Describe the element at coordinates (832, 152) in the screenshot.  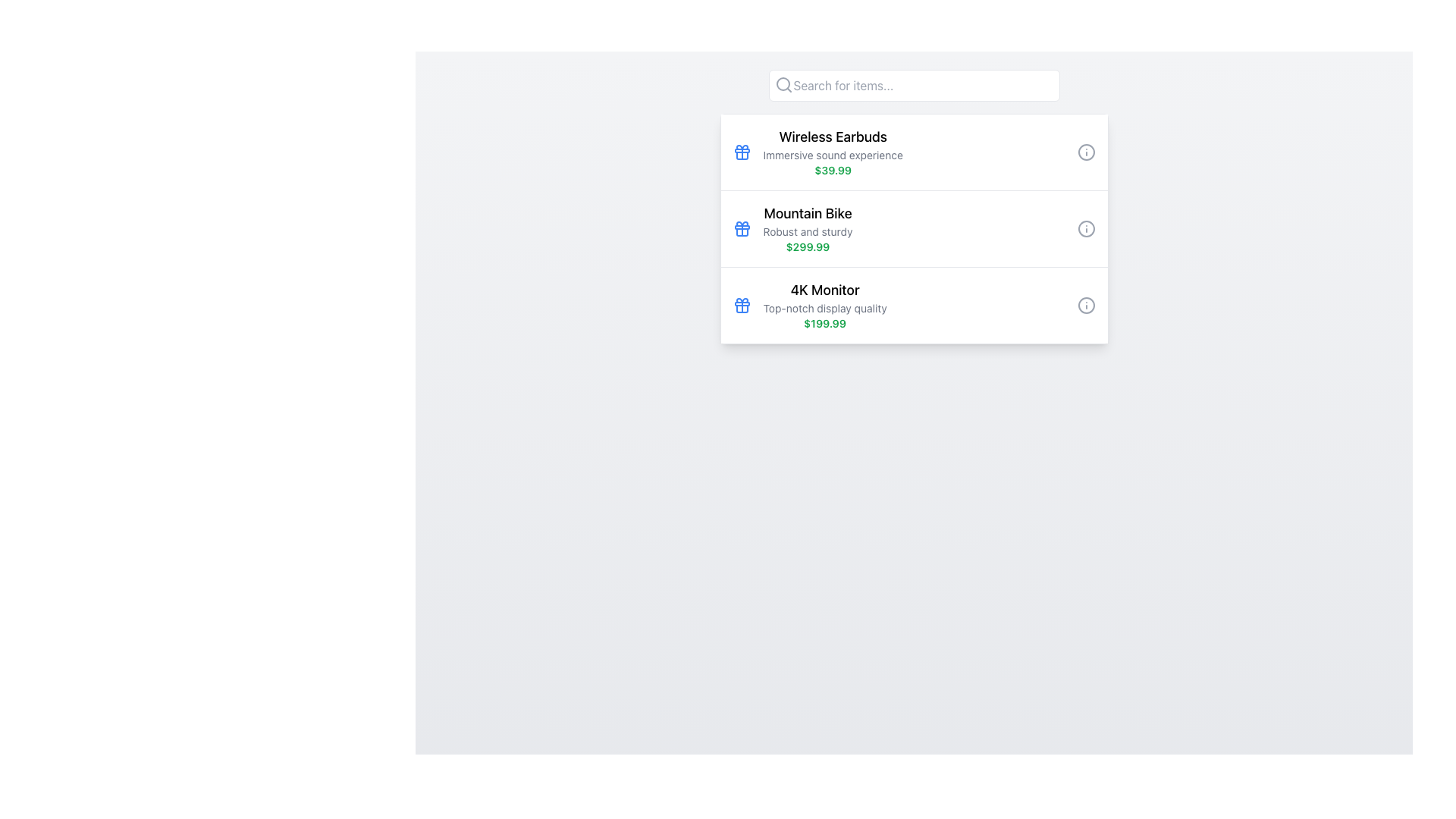
I see `the text element displaying 'Wireless Earbuds'` at that location.